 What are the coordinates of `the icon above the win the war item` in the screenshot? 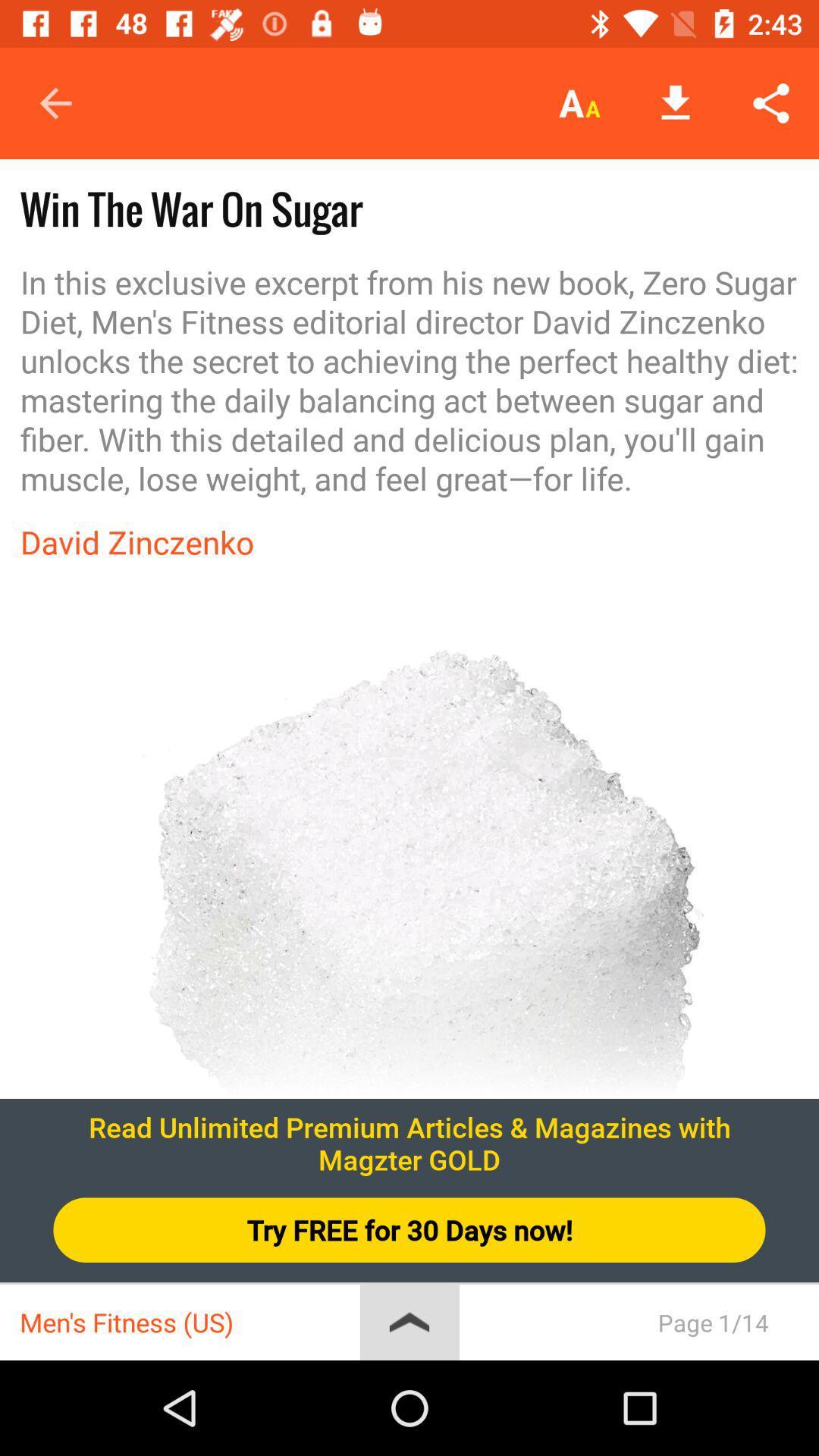 It's located at (55, 102).